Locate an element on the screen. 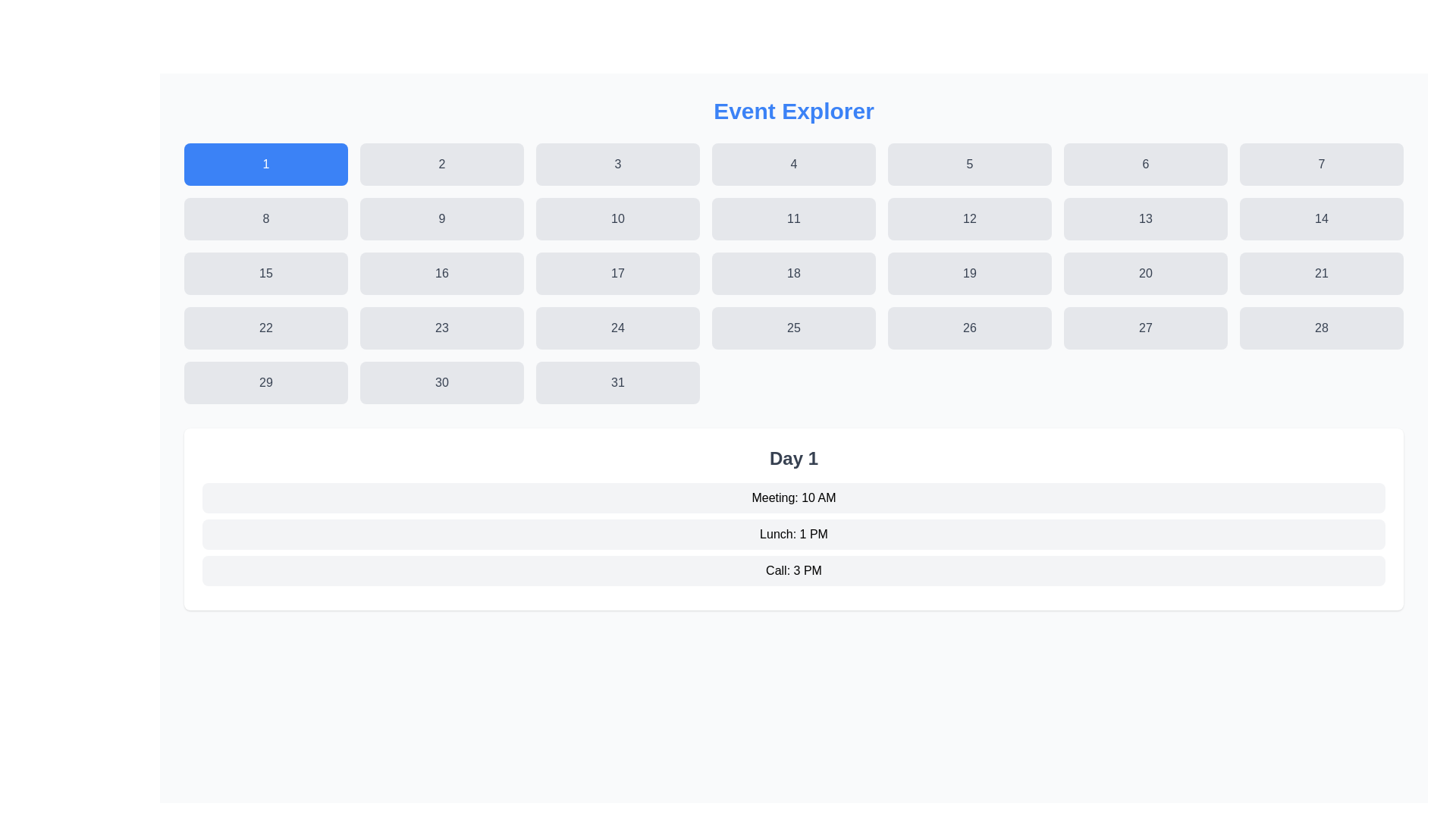 Image resolution: width=1456 pixels, height=819 pixels. the interactive button representing the number '14' located in the grid layout as the 7th button in the second row is located at coordinates (1320, 219).